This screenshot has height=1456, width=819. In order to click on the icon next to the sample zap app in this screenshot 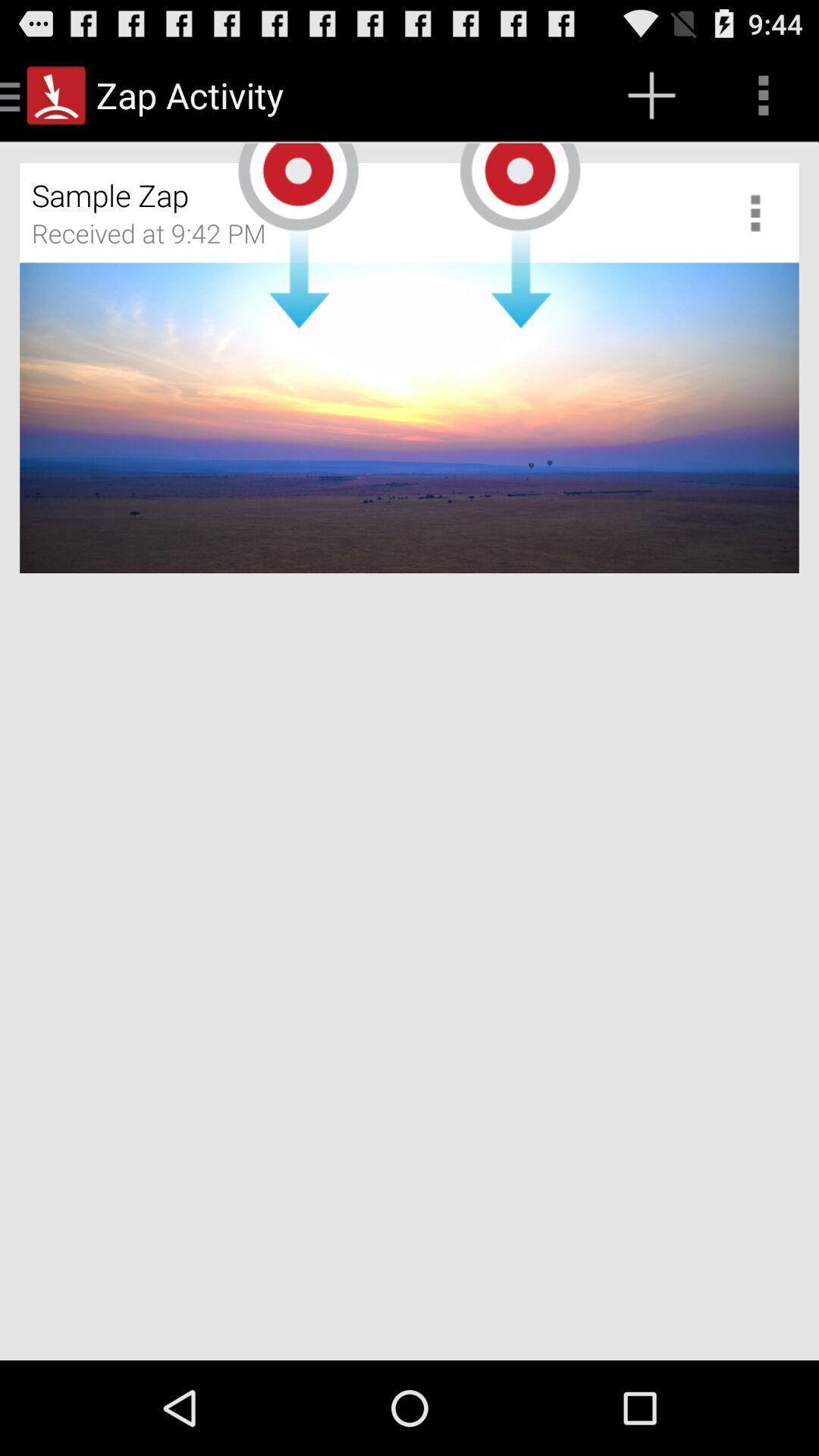, I will do `click(761, 212)`.